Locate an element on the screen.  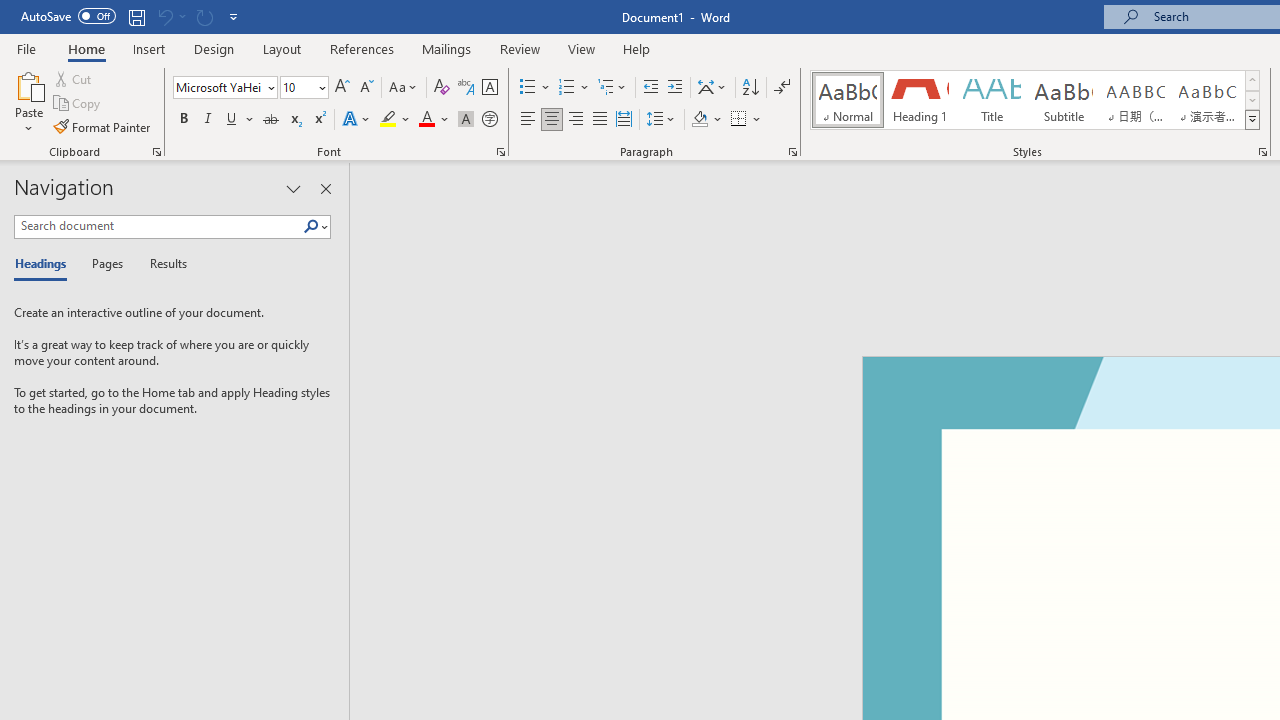
'Sort...' is located at coordinates (749, 86).